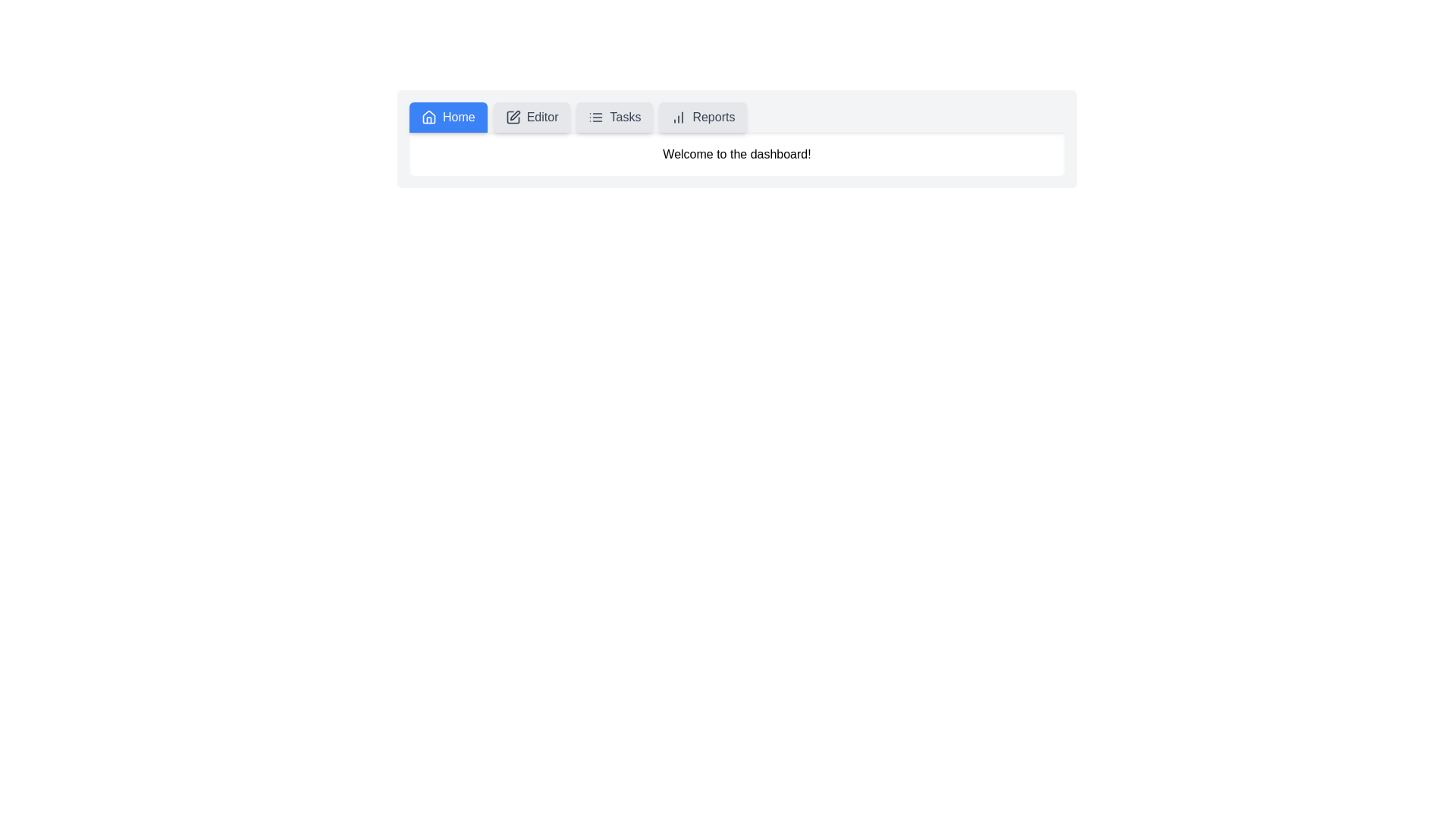 This screenshot has width=1456, height=819. What do you see at coordinates (701, 116) in the screenshot?
I see `the tab button corresponding to Reports` at bounding box center [701, 116].